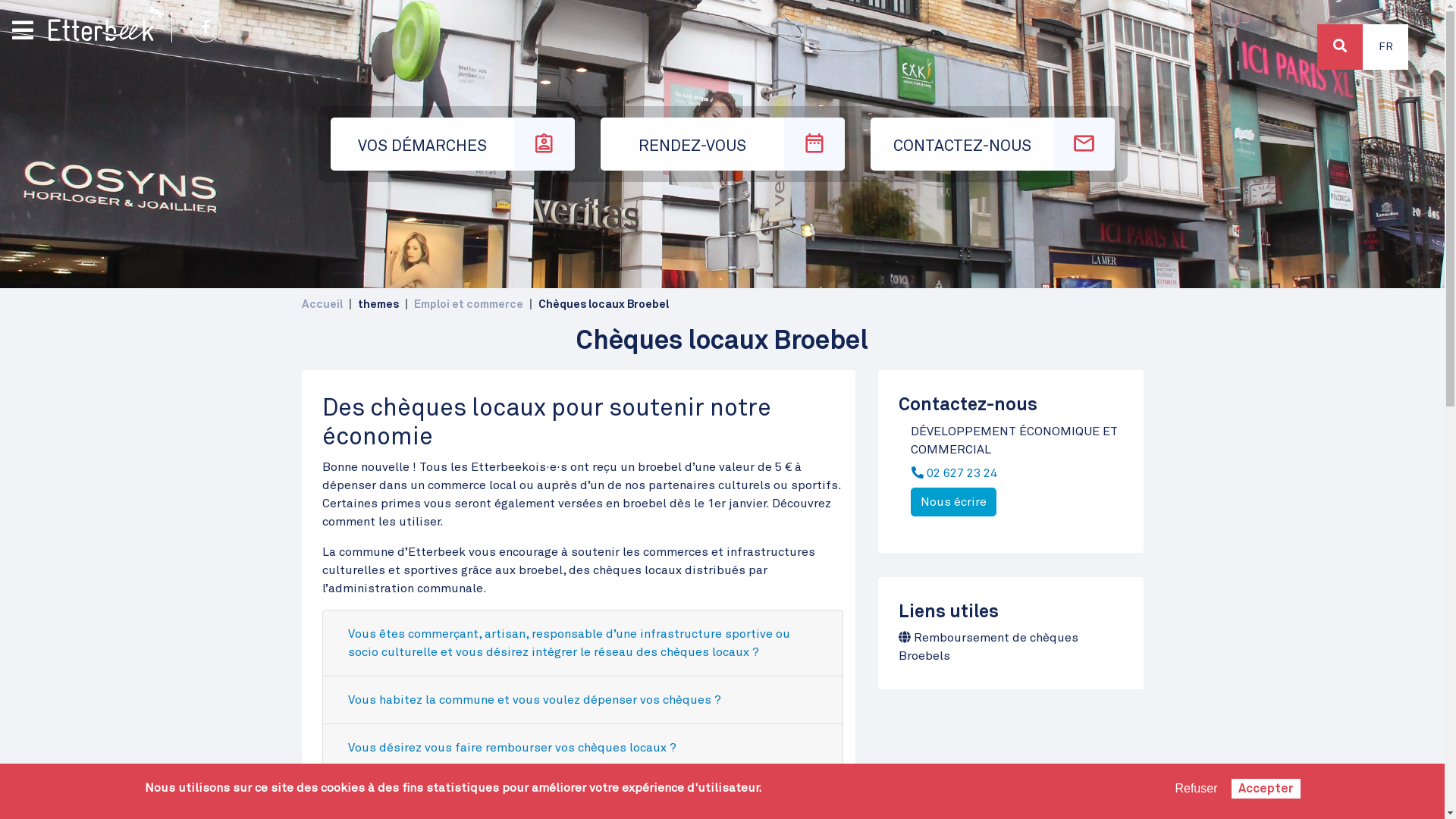 This screenshot has height=819, width=1456. Describe the element at coordinates (1266, 788) in the screenshot. I see `'Accepter'` at that location.